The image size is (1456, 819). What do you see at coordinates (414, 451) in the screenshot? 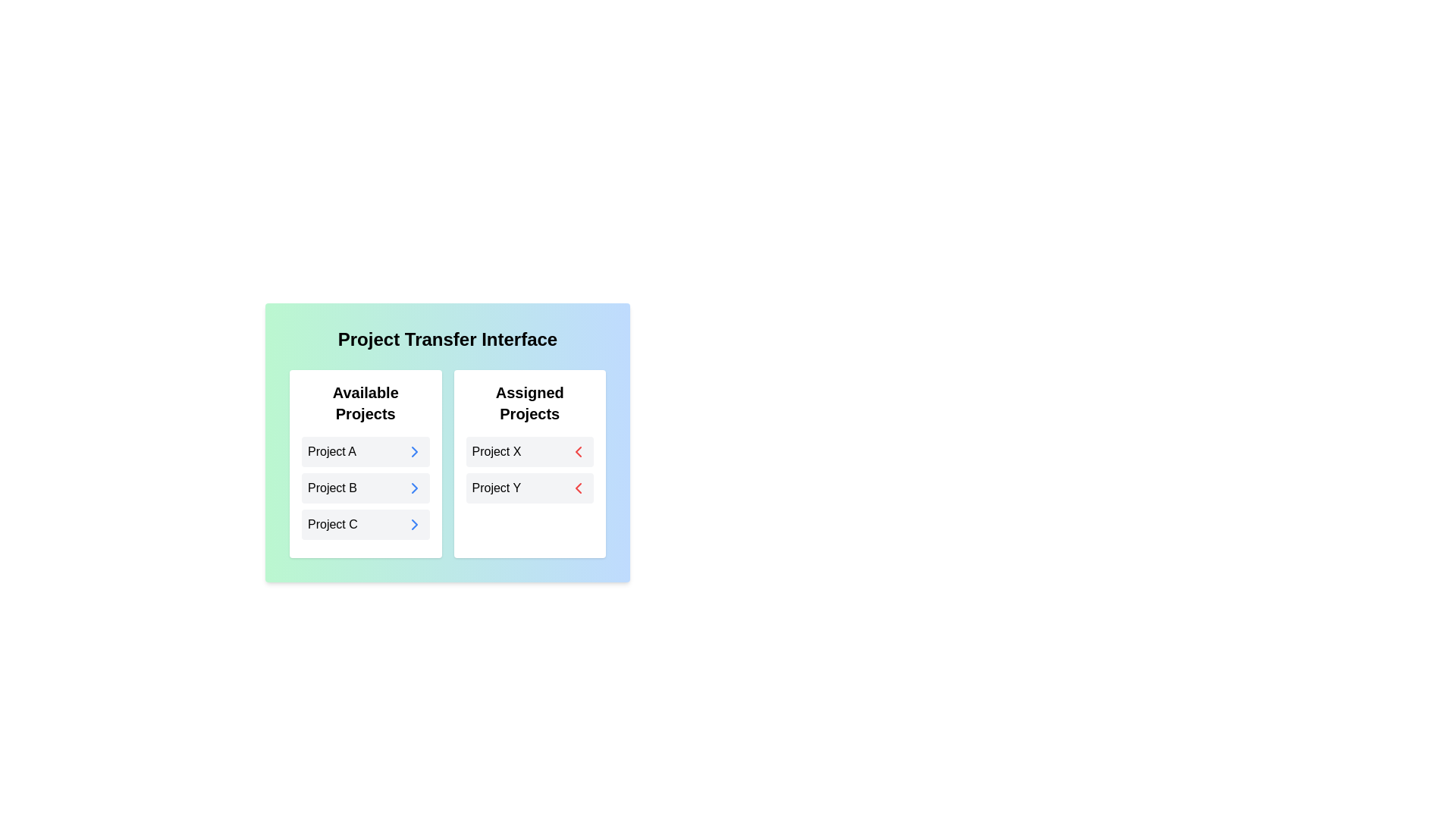
I see `the right-pointing chevron-shaped arrow icon adjacent to 'Project A' in the 'Available Projects' section` at bounding box center [414, 451].